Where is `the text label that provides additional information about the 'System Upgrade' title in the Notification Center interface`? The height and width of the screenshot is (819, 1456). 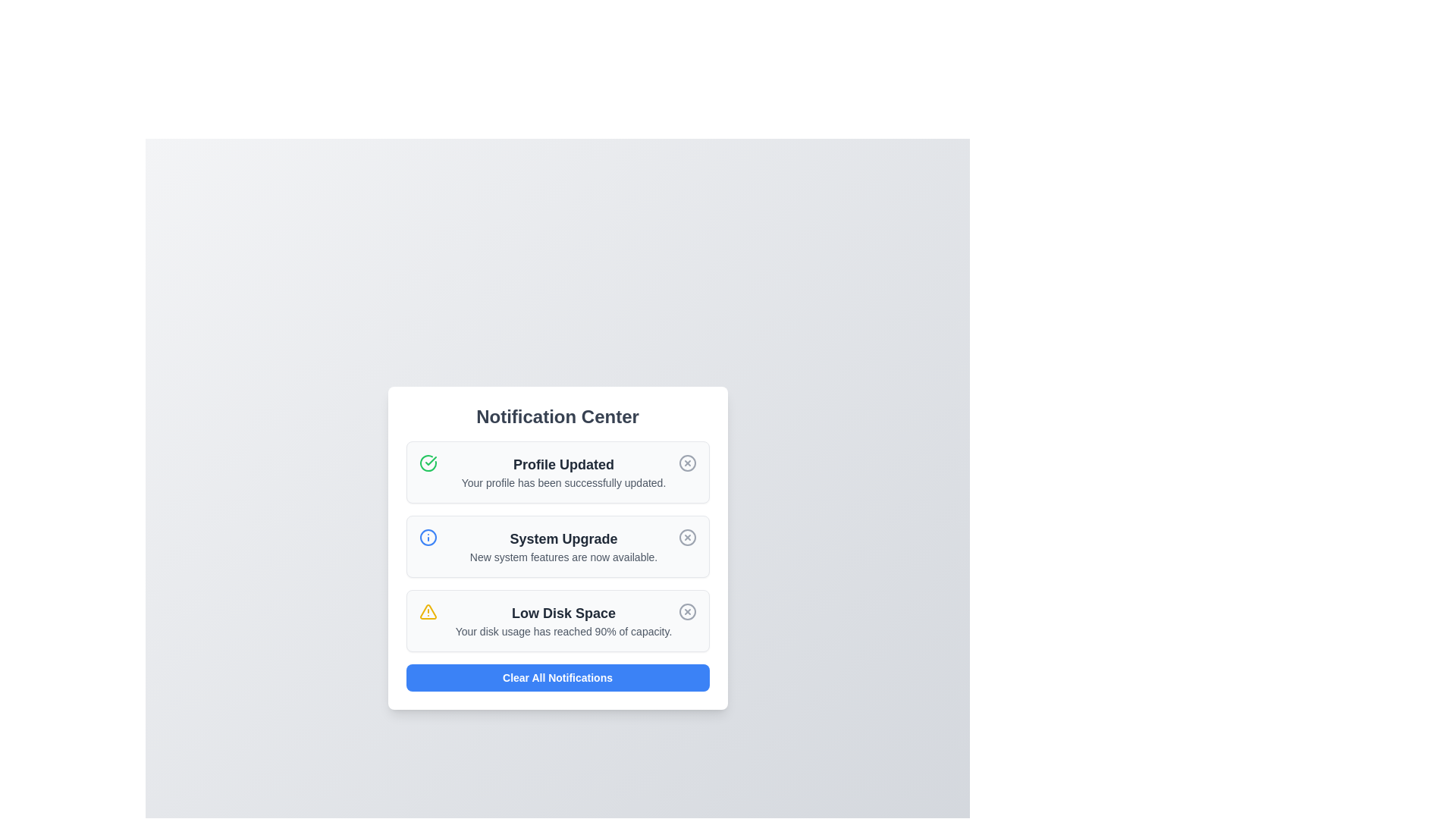
the text label that provides additional information about the 'System Upgrade' title in the Notification Center interface is located at coordinates (563, 557).